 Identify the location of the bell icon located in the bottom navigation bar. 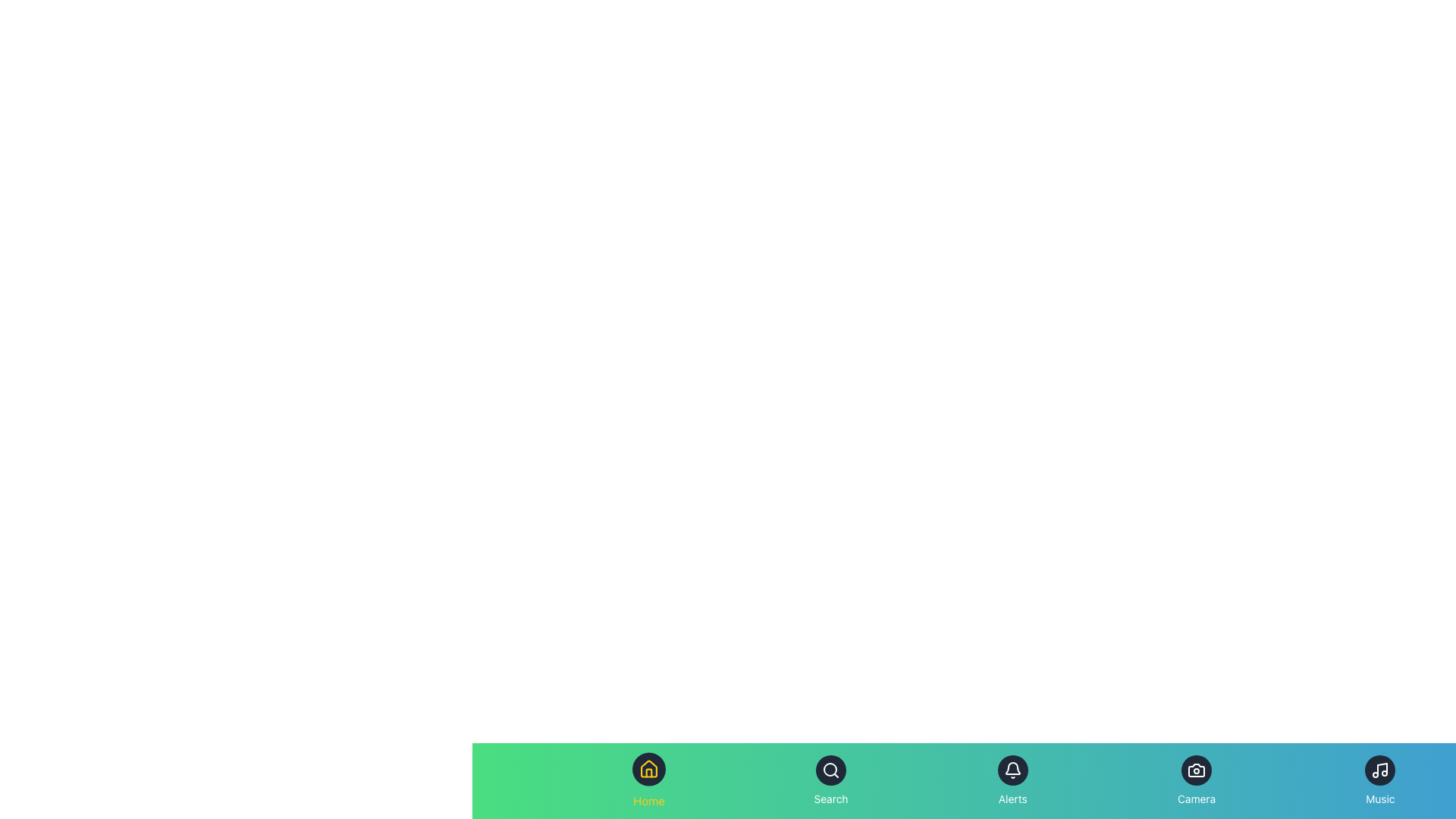
(1012, 770).